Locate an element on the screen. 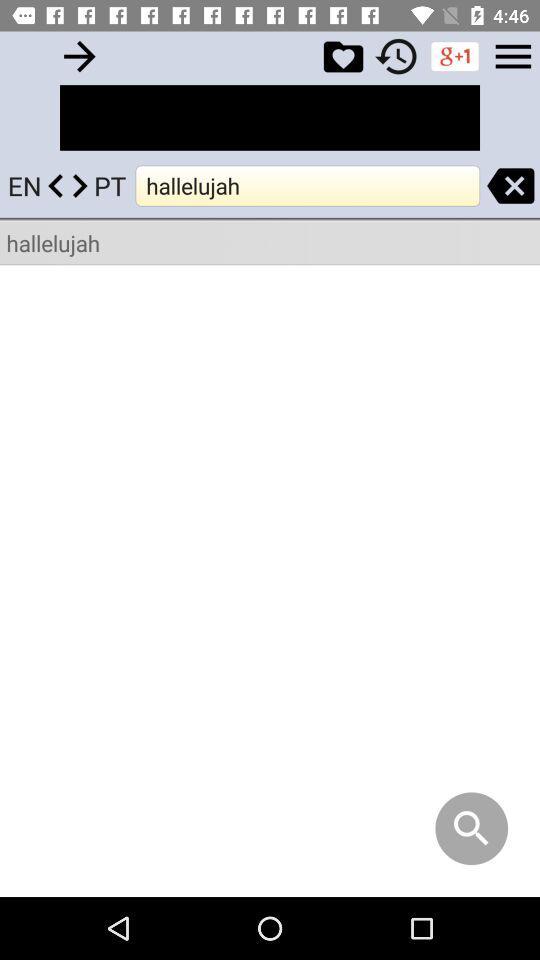 This screenshot has width=540, height=960. explore menu options is located at coordinates (513, 55).